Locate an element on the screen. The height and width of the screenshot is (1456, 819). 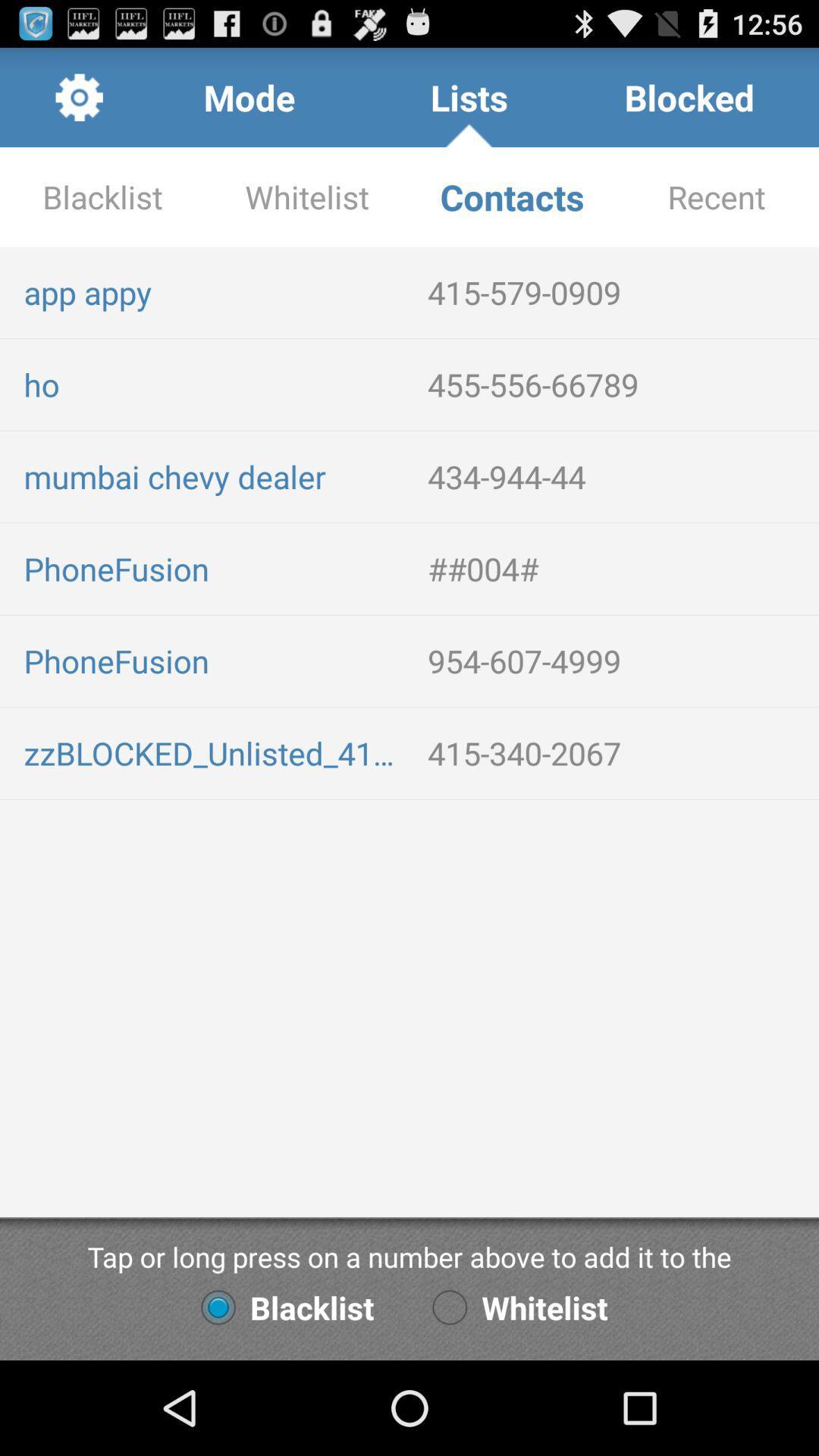
the icon to the left of 455-556-66789 item is located at coordinates (213, 384).